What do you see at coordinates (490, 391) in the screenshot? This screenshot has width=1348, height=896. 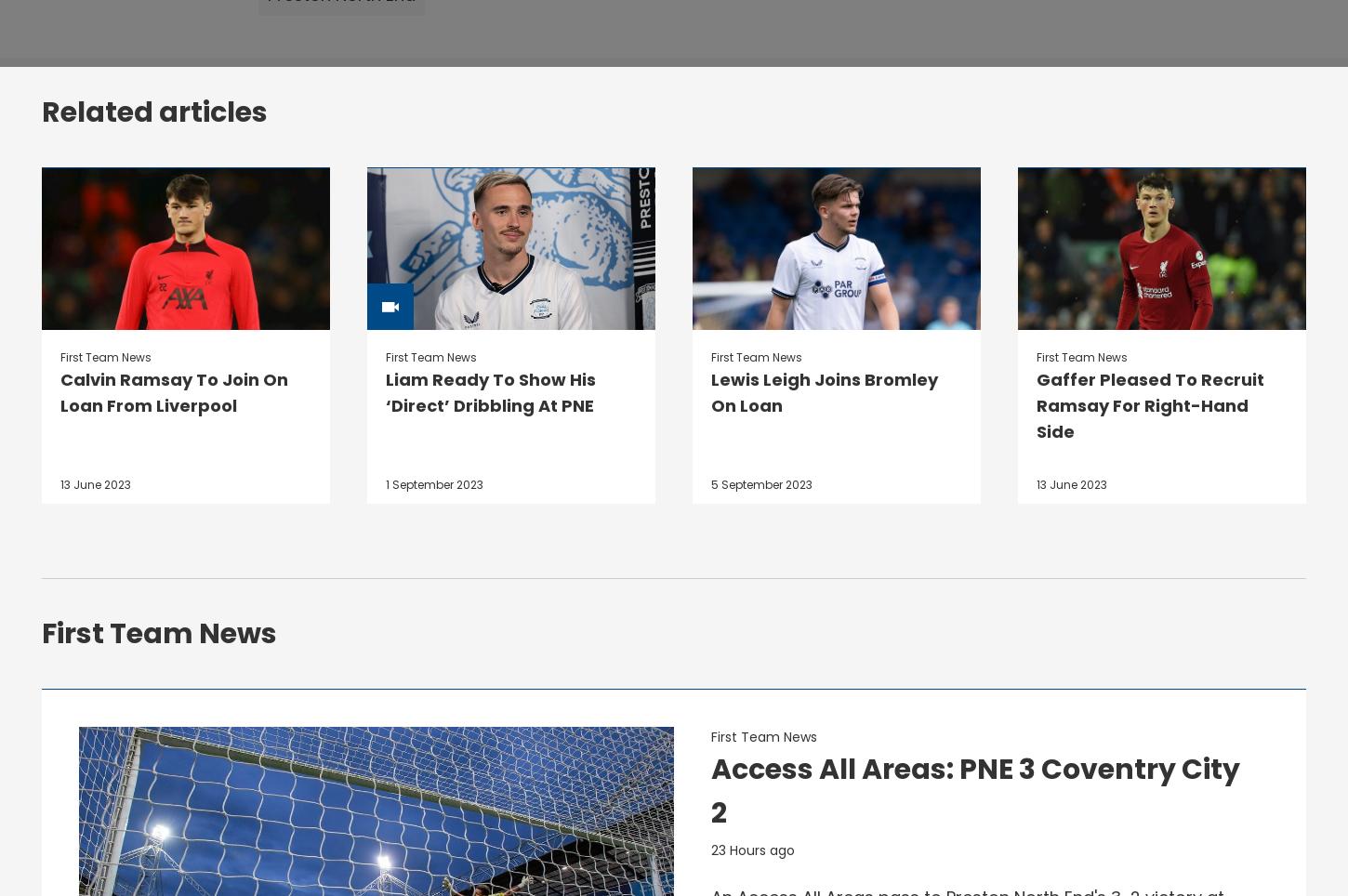 I see `'Liam Ready To Show His ‘Direct’ Dribbling At PNE'` at bounding box center [490, 391].